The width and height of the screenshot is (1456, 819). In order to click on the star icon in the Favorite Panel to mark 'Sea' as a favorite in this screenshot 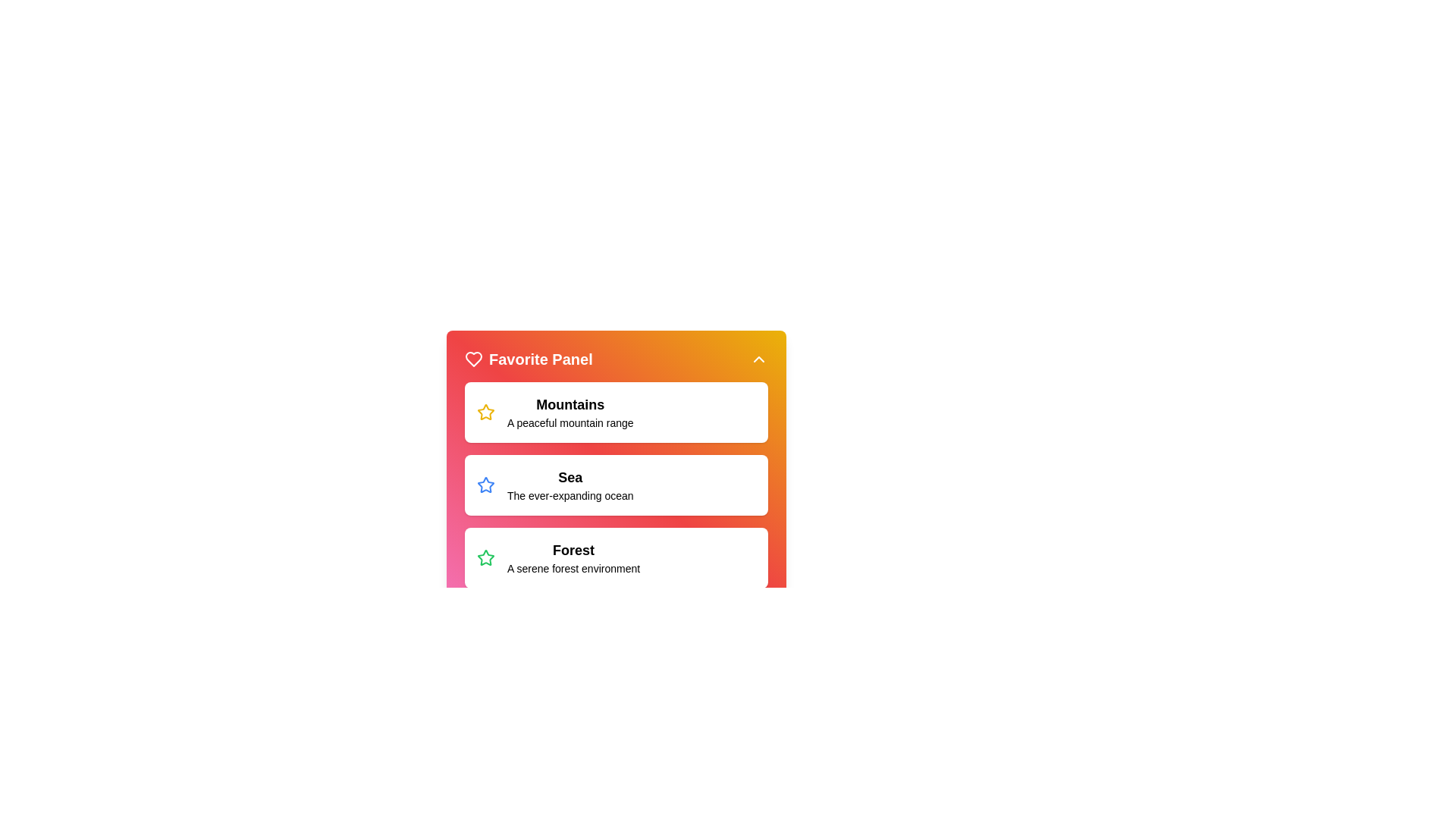, I will do `click(486, 412)`.